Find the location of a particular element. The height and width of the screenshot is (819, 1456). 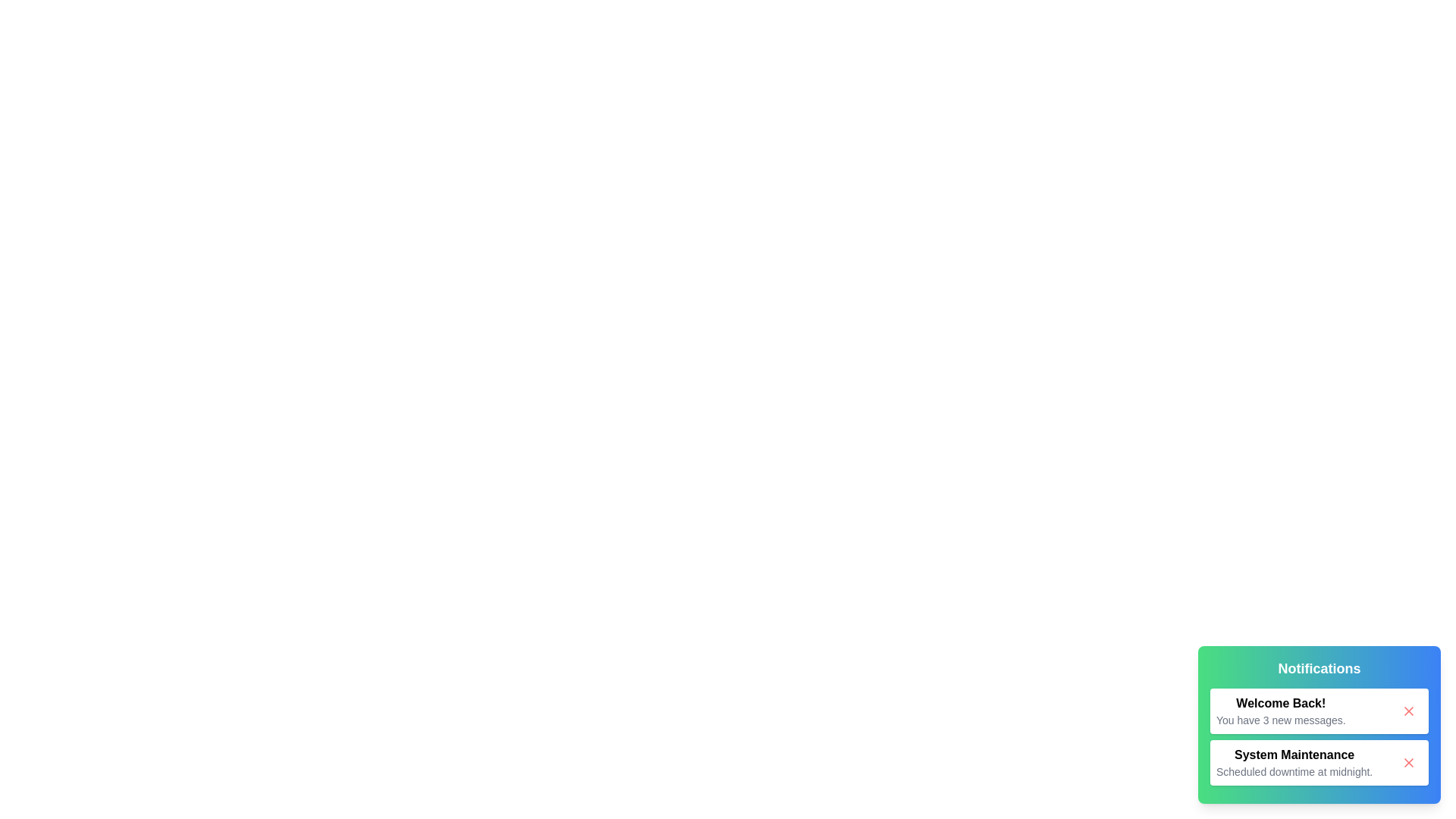

the close button of the notification panel is located at coordinates (1407, 711).